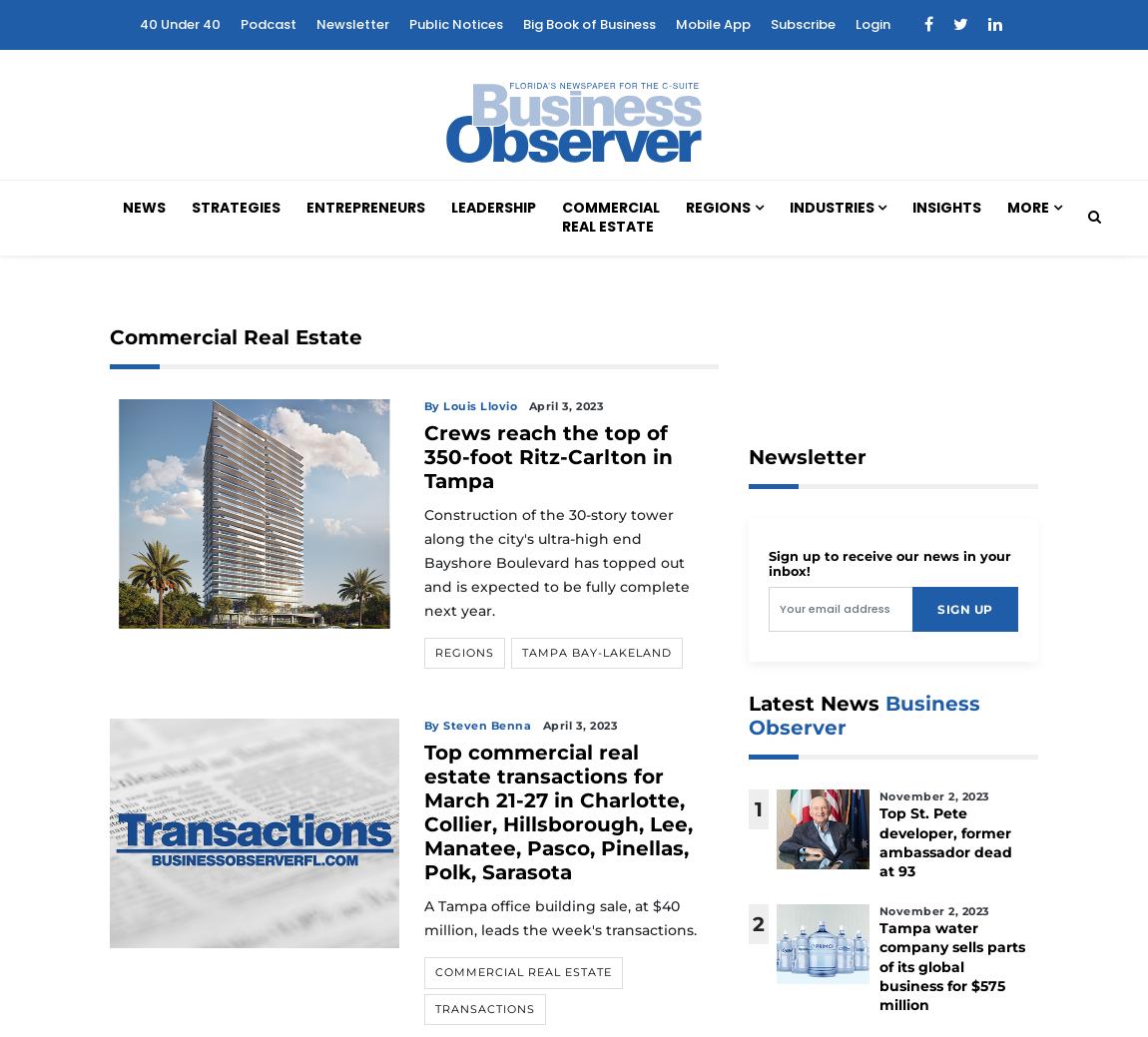  What do you see at coordinates (470, 404) in the screenshot?
I see `'By Louis Llovio'` at bounding box center [470, 404].